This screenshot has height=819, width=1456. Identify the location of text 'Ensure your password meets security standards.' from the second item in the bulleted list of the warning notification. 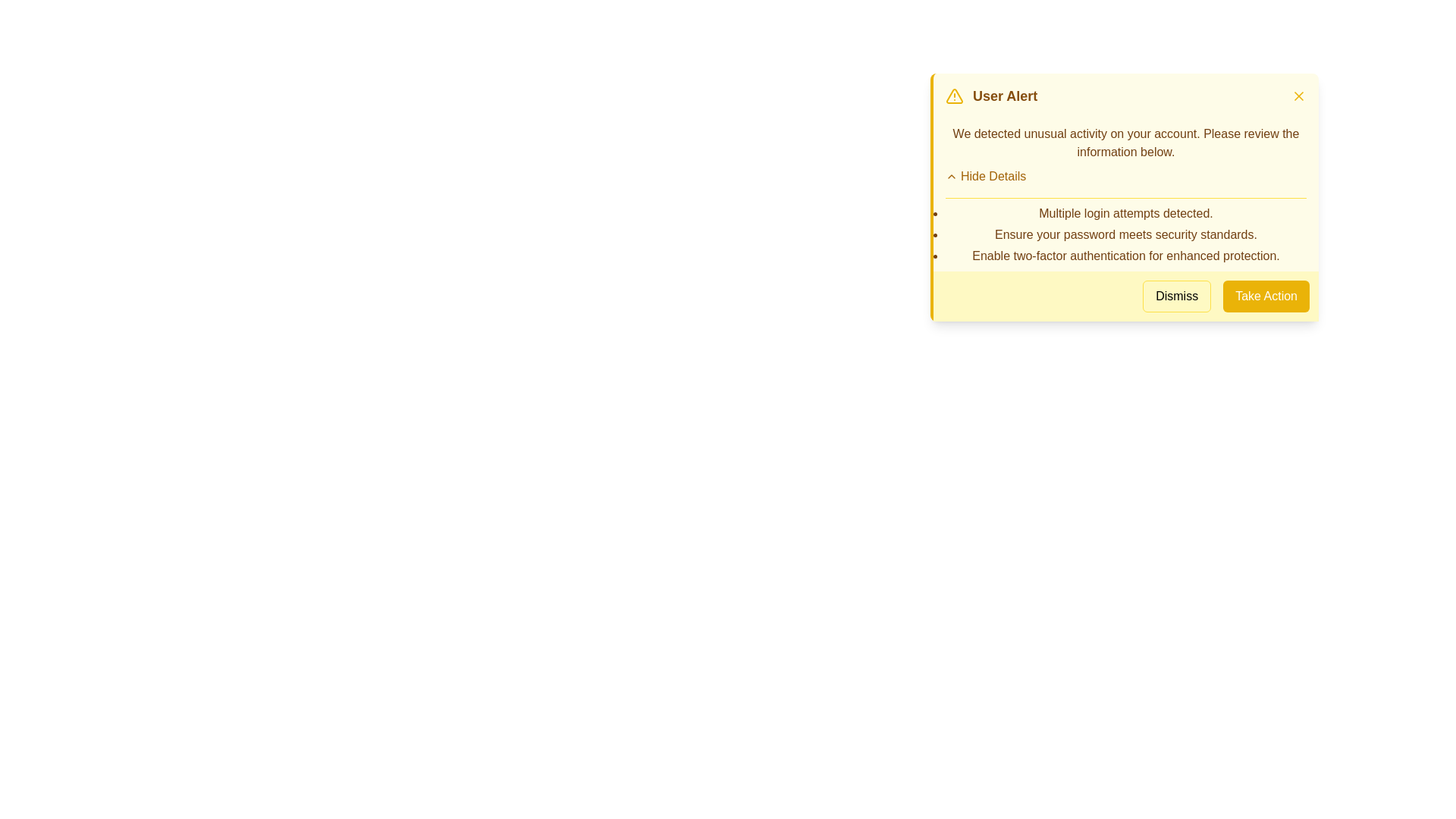
(1125, 234).